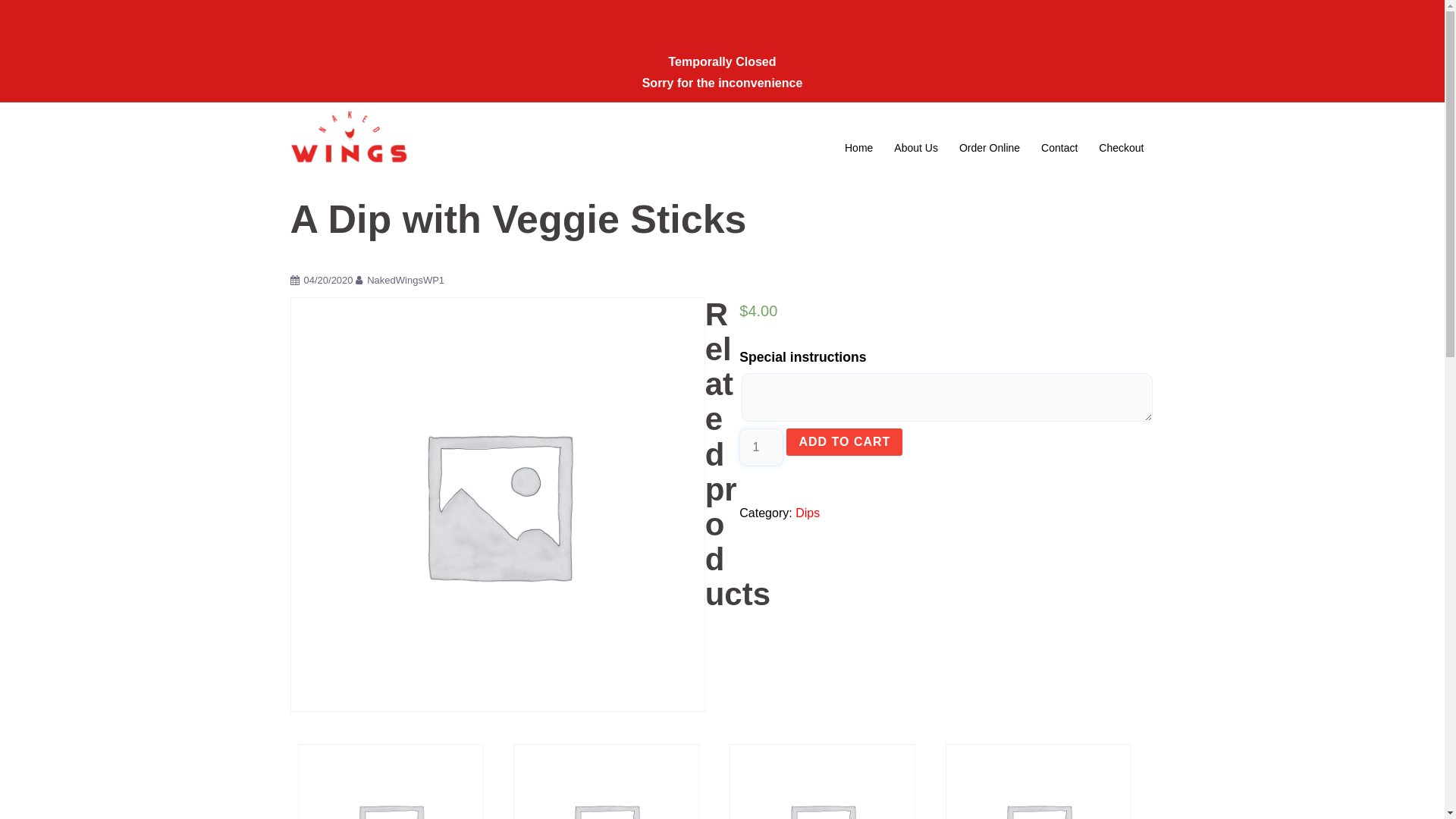  I want to click on 'Qty', so click(761, 447).